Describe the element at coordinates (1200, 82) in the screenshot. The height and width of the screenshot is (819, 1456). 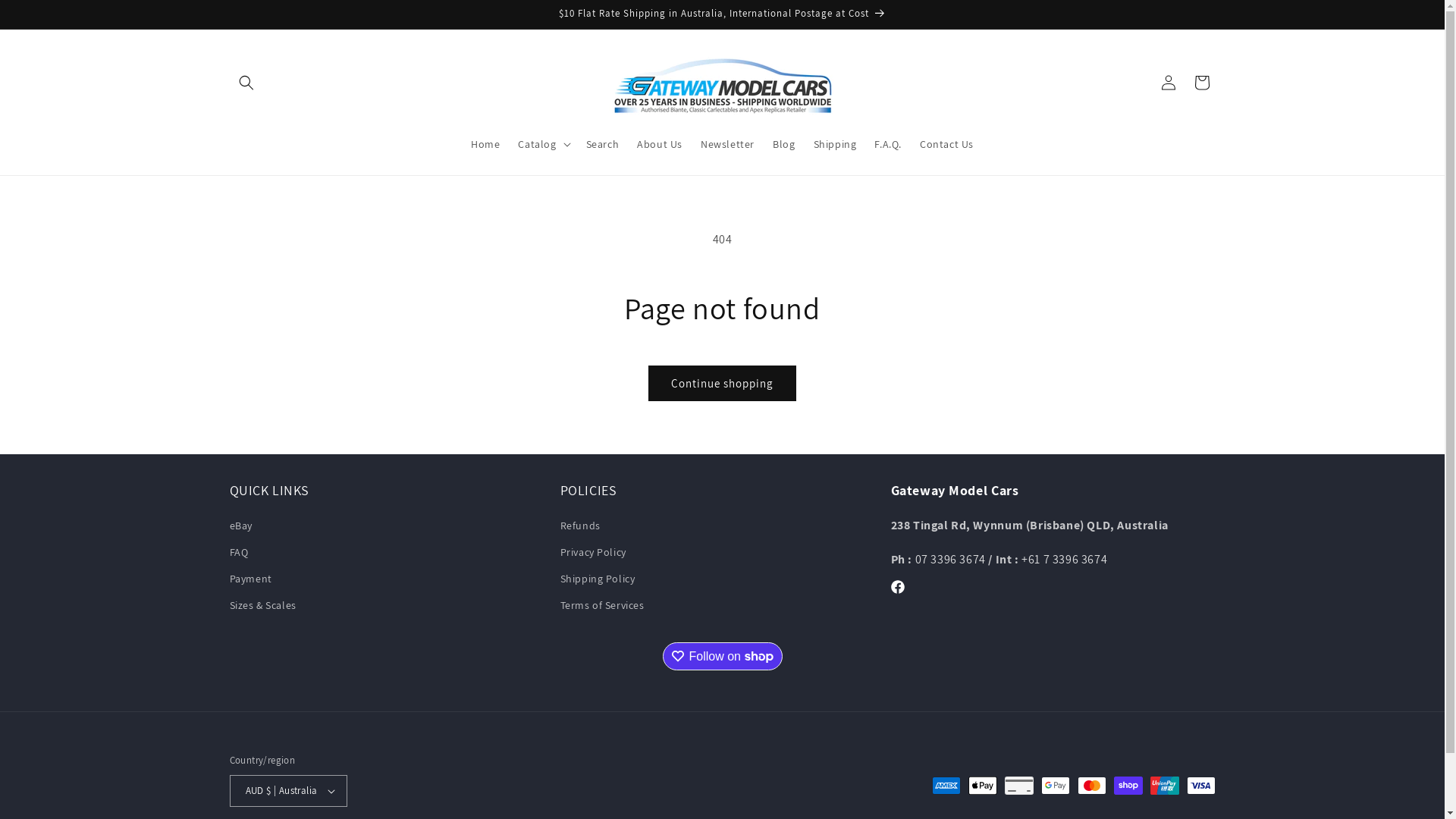
I see `'Cart'` at that location.